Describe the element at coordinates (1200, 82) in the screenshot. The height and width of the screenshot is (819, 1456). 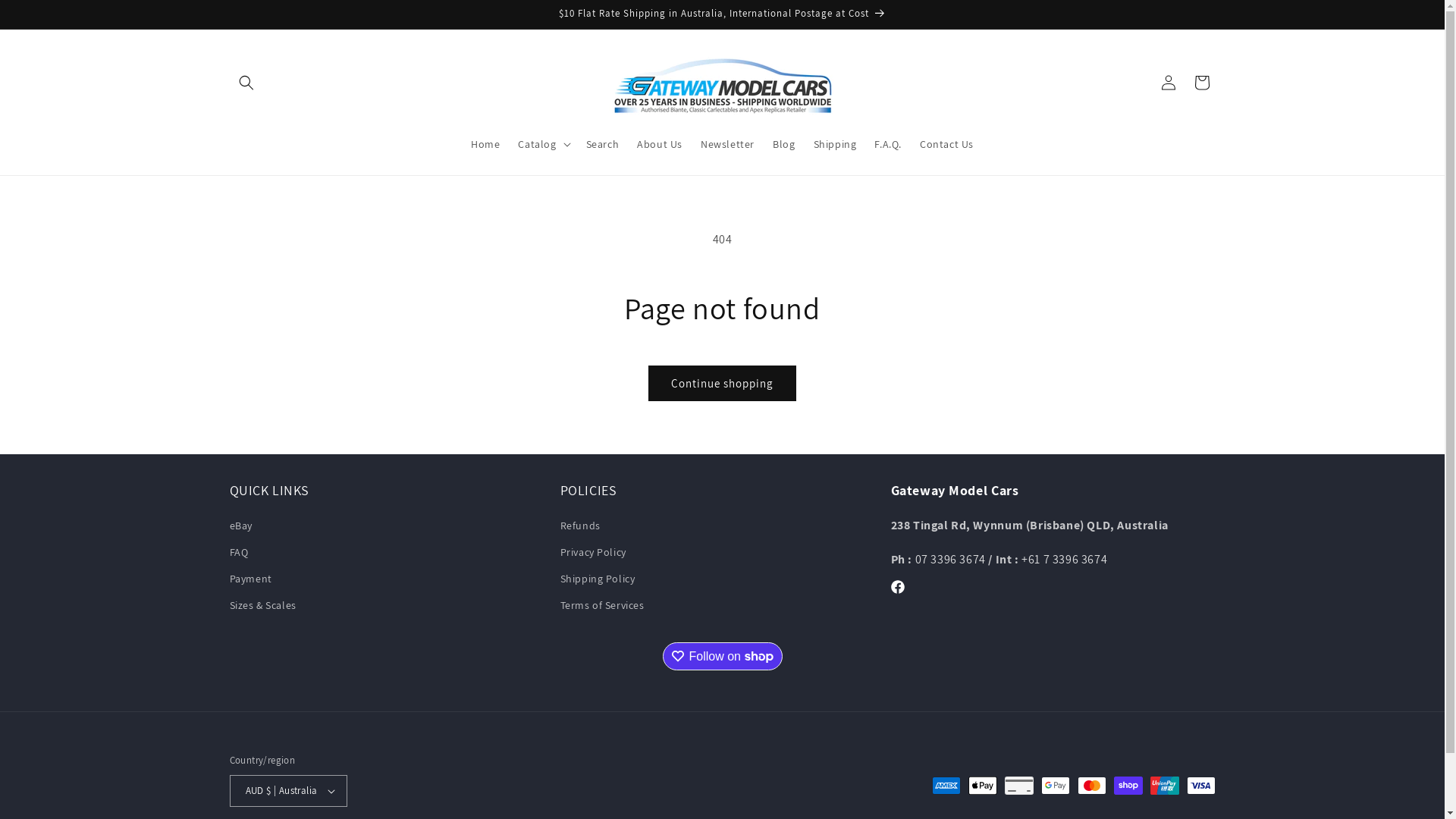
I see `'Cart'` at that location.